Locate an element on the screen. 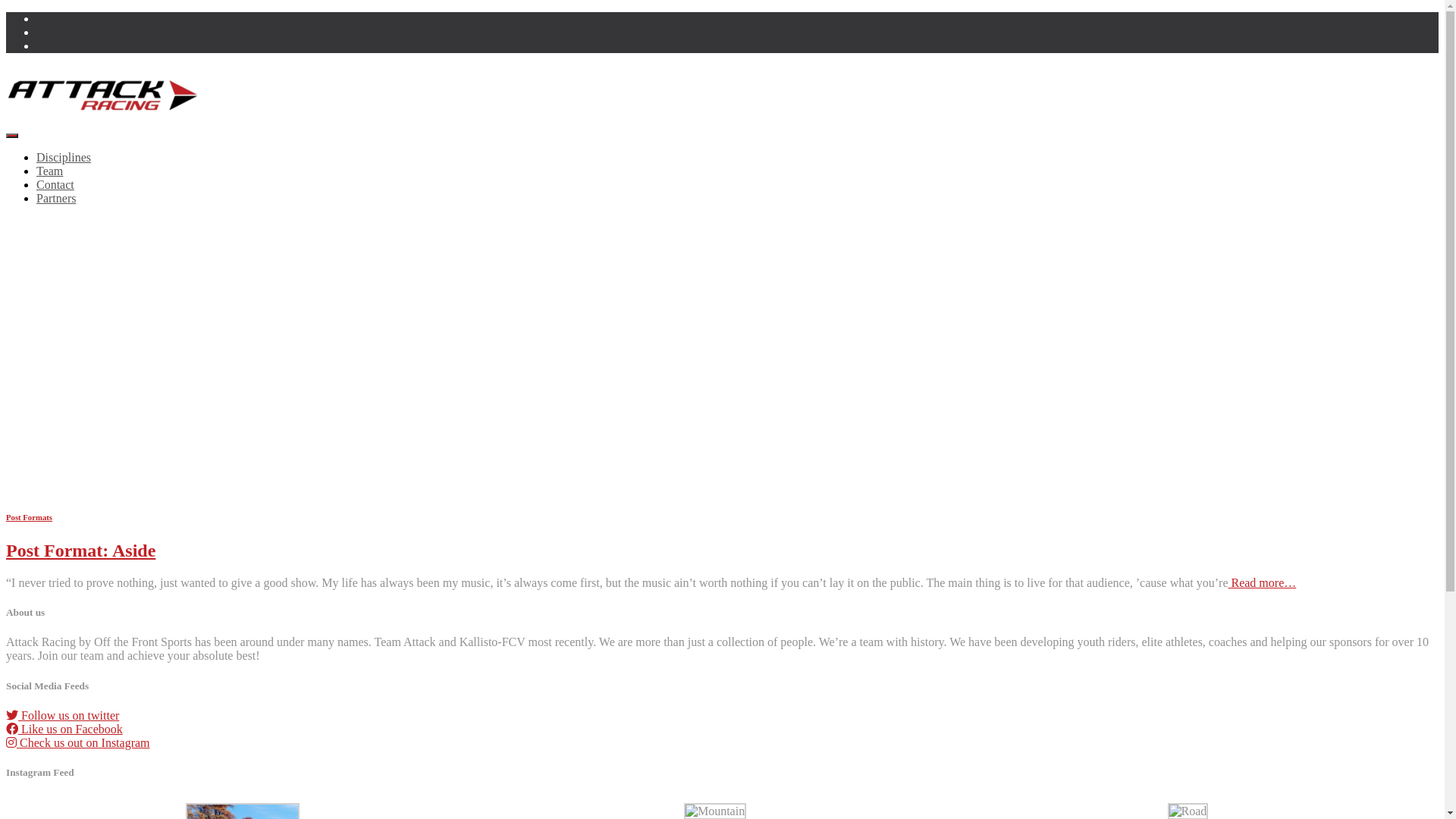 This screenshot has width=1456, height=819. 'Check us out on Instagram' is located at coordinates (77, 742).